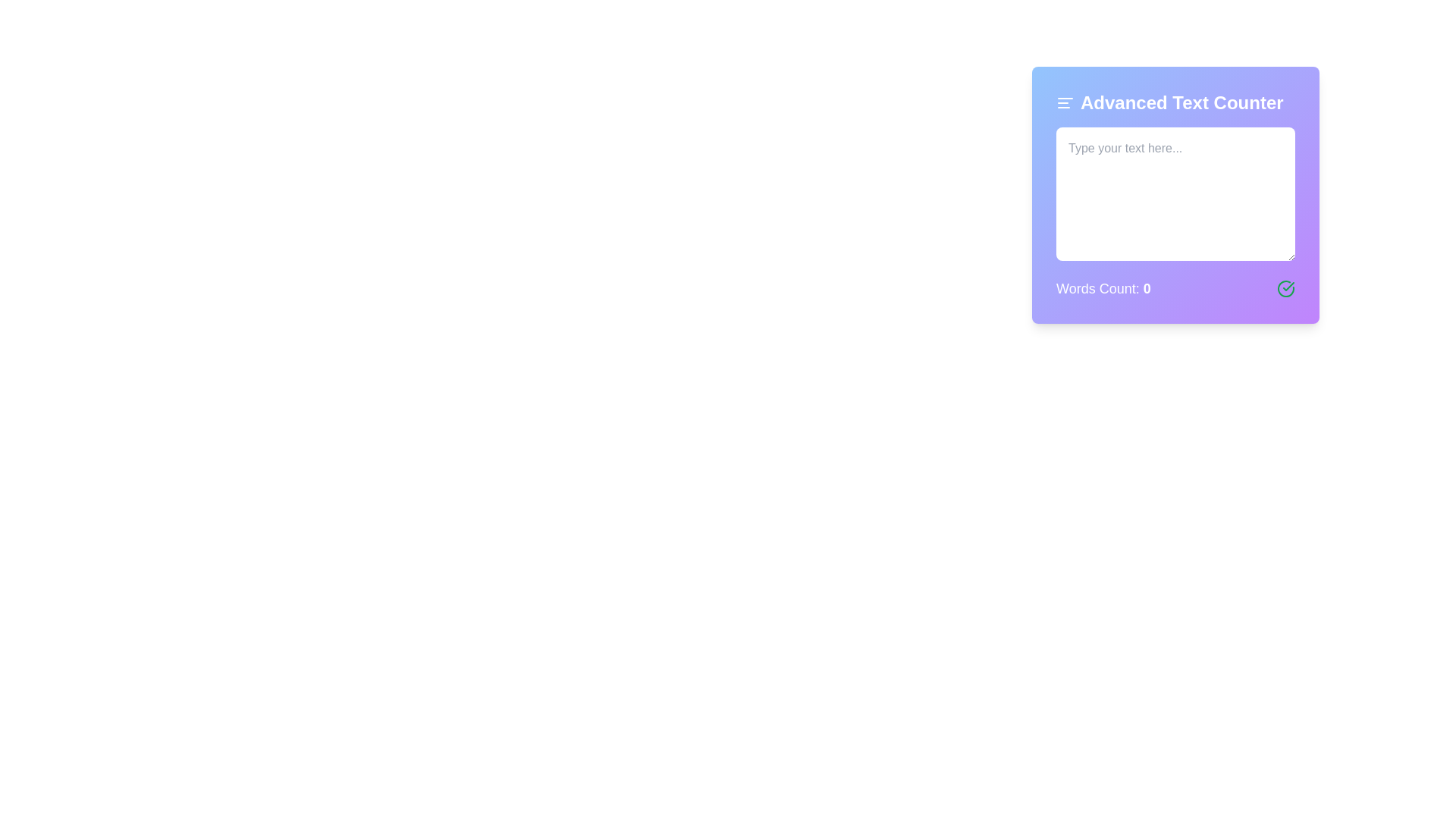 This screenshot has width=1456, height=819. Describe the element at coordinates (1147, 289) in the screenshot. I see `the Text label that displays the current count of words inputted, located directly to the right of the 'Words Count:' label in the bottom-left region of the visible card interface` at that location.